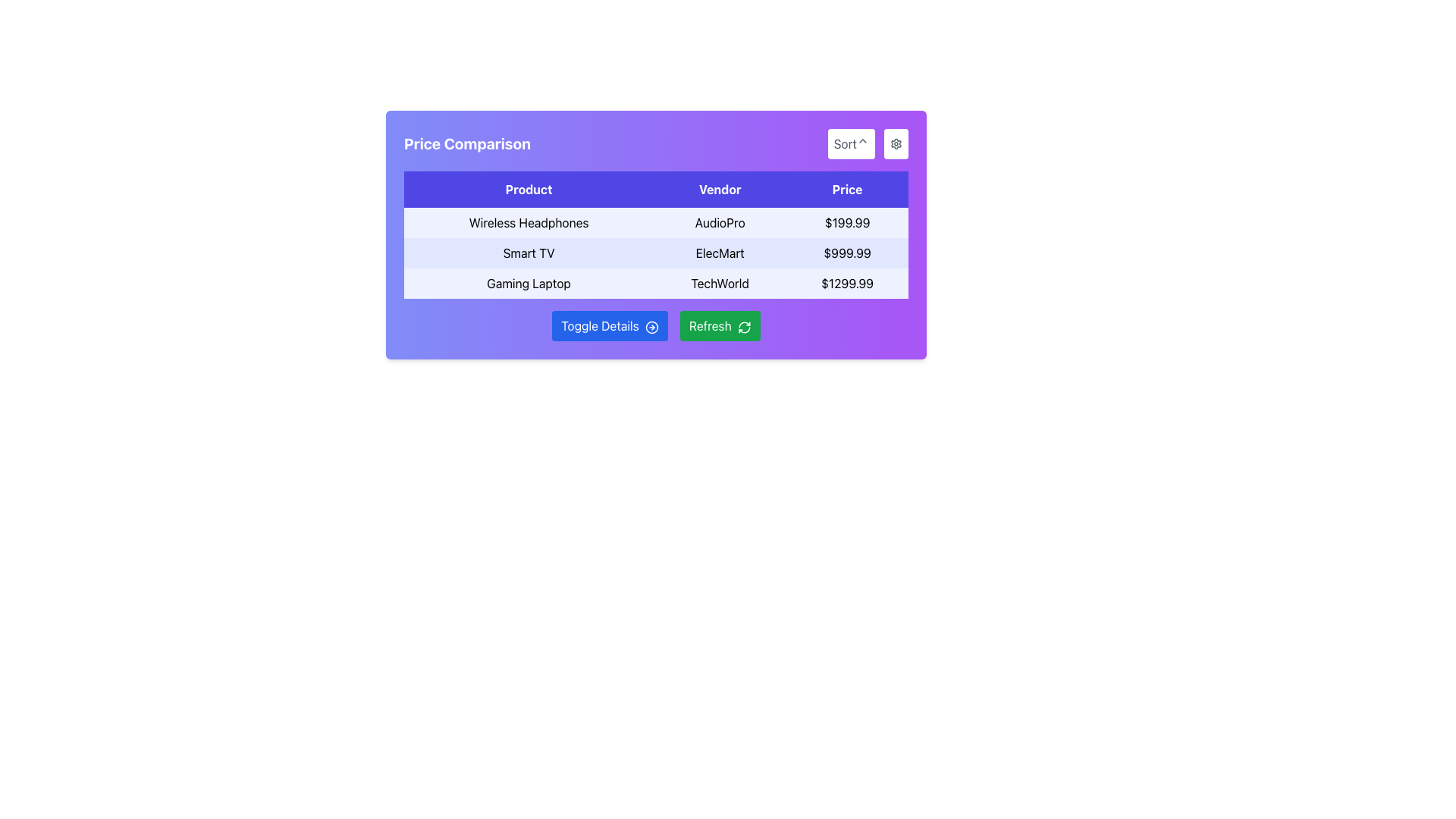 The image size is (1456, 819). I want to click on to select the first row of the table containing 'Wireless Headphones', 'AudioPro', and '$199.99' with a light indigo background, so click(656, 222).